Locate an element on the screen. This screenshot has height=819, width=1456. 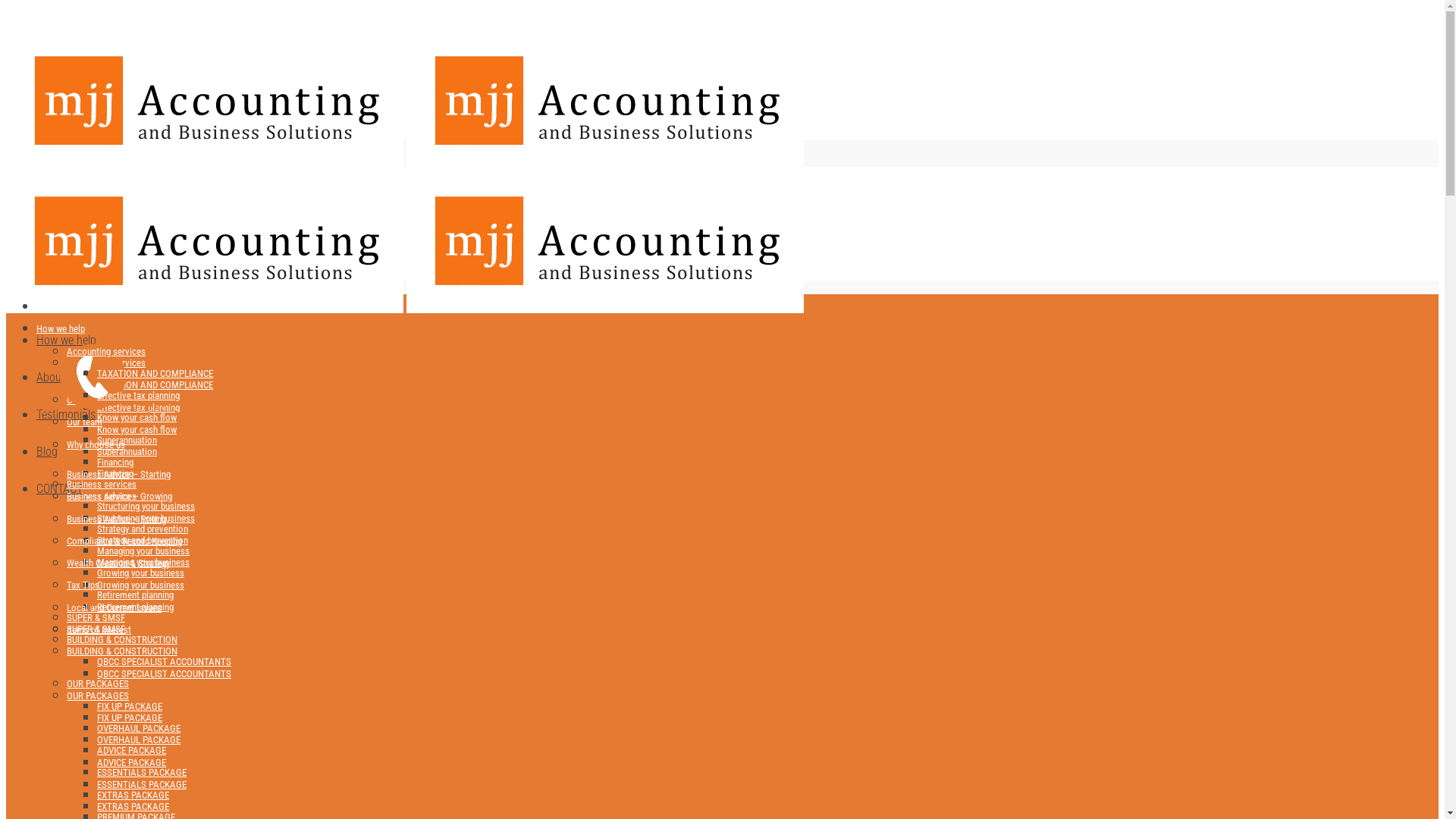
'Financing' is located at coordinates (115, 461).